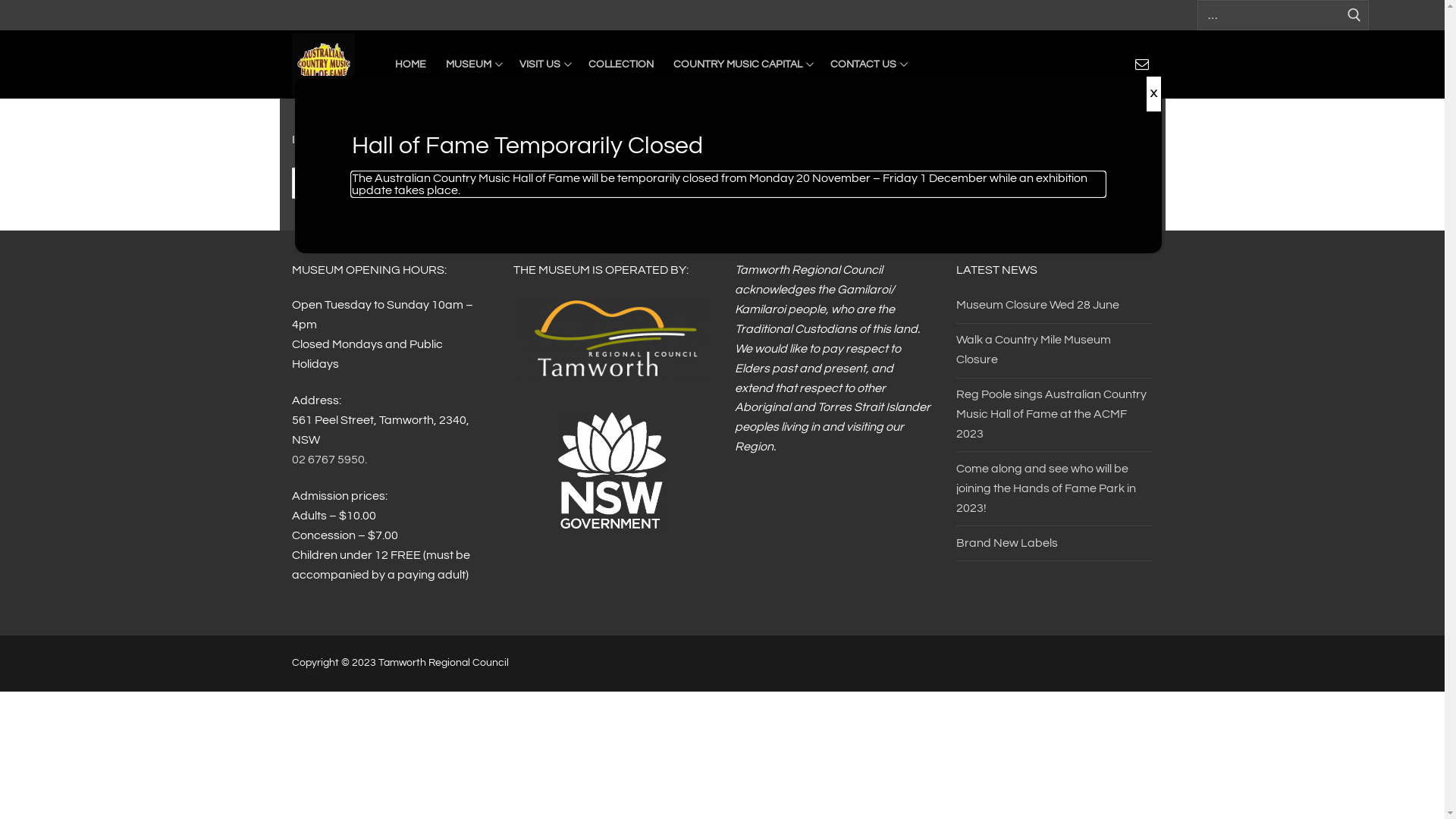  What do you see at coordinates (741, 64) in the screenshot?
I see `'COUNTRY MUSIC CAPITAL` at bounding box center [741, 64].